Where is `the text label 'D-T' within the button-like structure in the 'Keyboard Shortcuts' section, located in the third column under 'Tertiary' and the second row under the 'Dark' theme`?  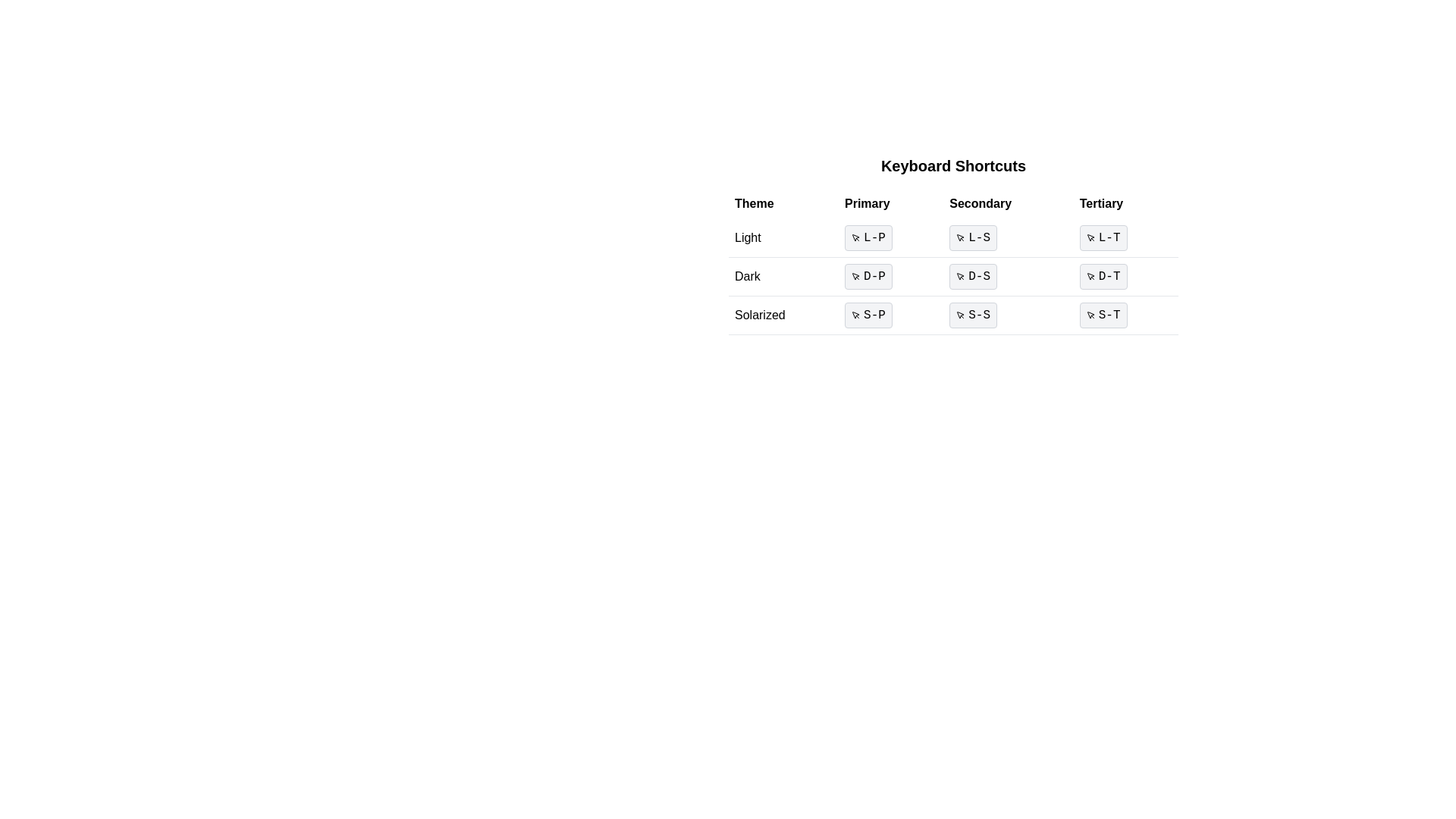
the text label 'D-T' within the button-like structure in the 'Keyboard Shortcuts' section, located in the third column under 'Tertiary' and the second row under the 'Dark' theme is located at coordinates (1109, 277).